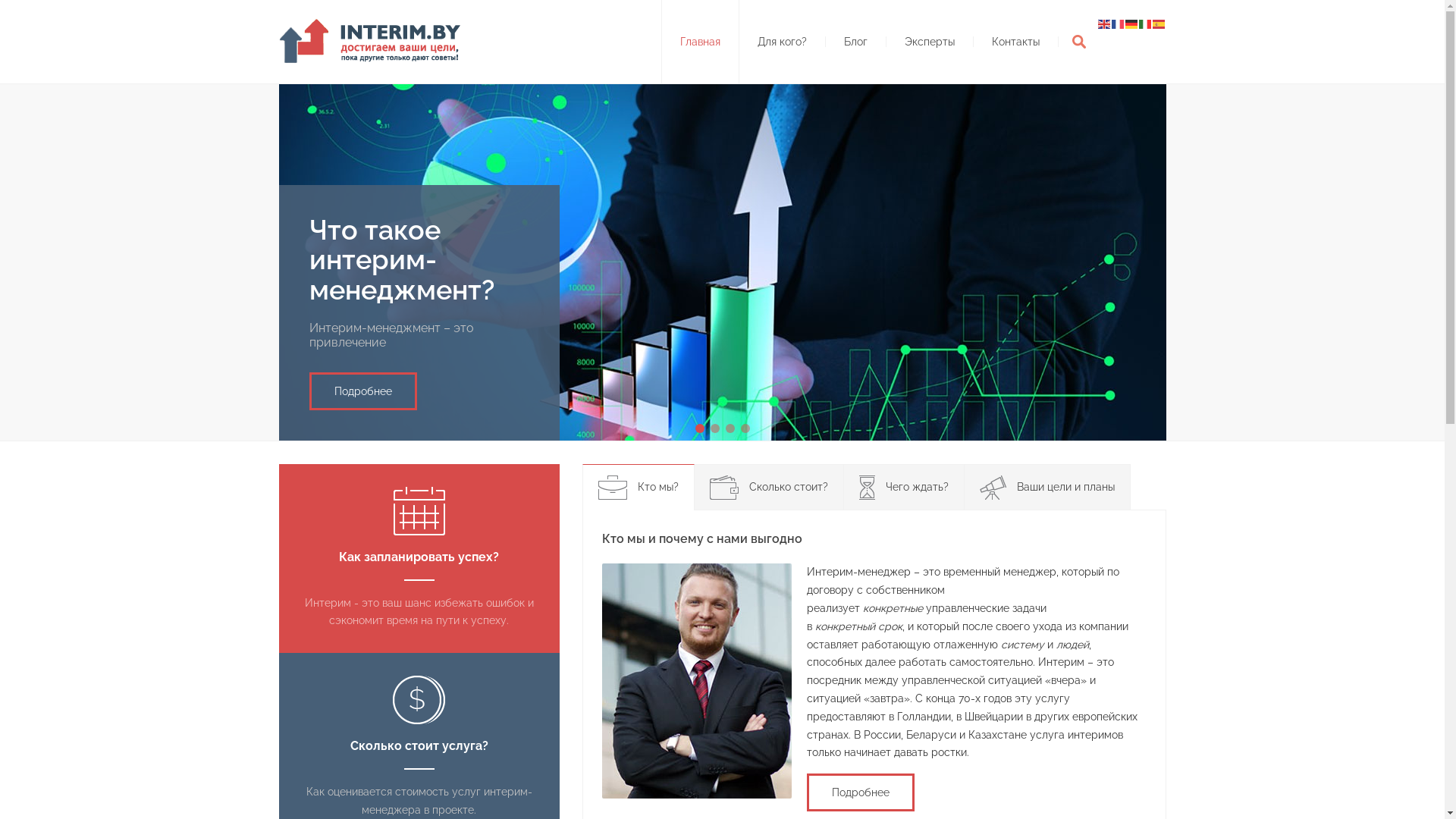 This screenshot has height=819, width=1456. Describe the element at coordinates (1118, 23) in the screenshot. I see `'French'` at that location.